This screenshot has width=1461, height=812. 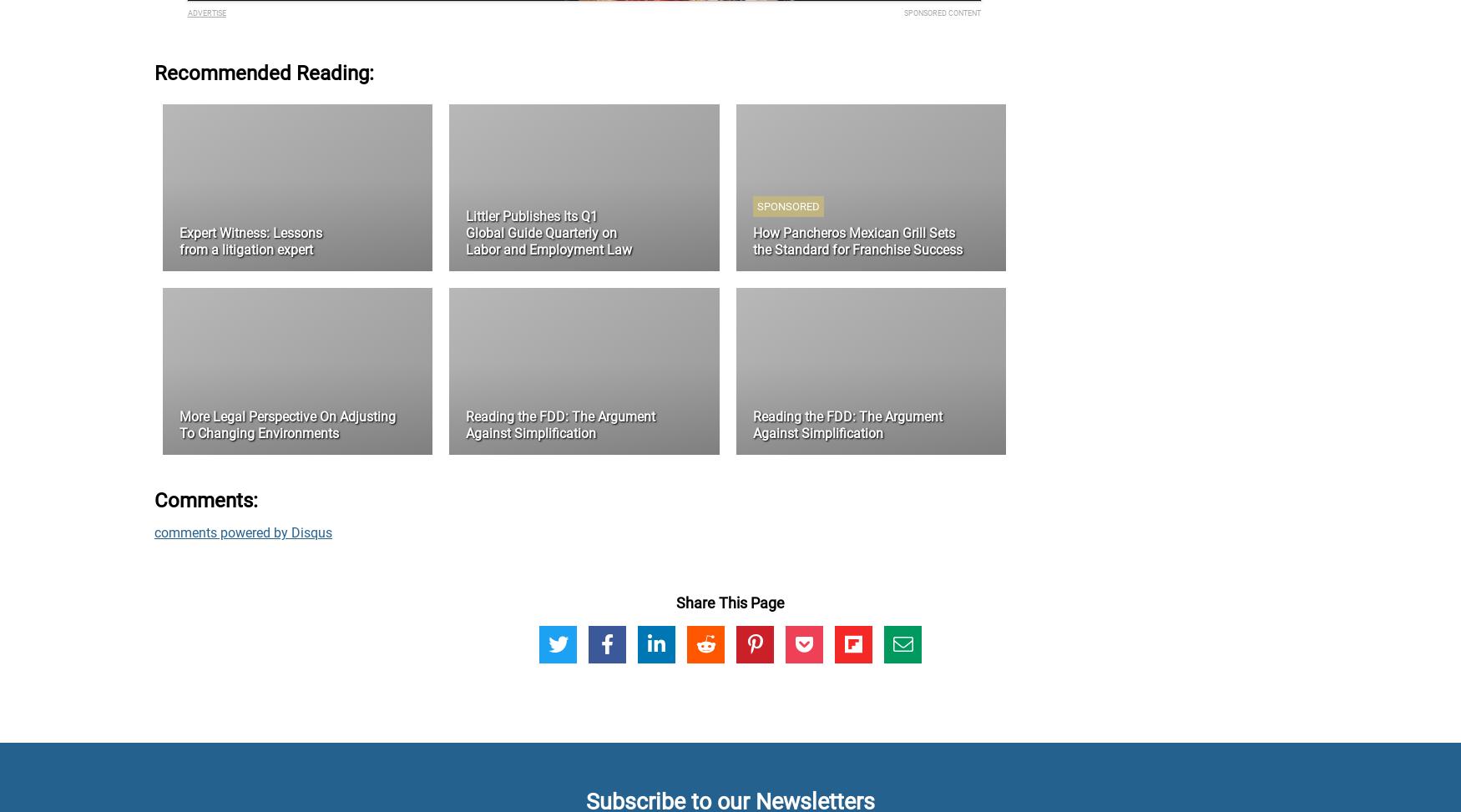 What do you see at coordinates (856, 241) in the screenshot?
I see `'How Pancheros Mexican Grill Sets the Standard for Franchise Success'` at bounding box center [856, 241].